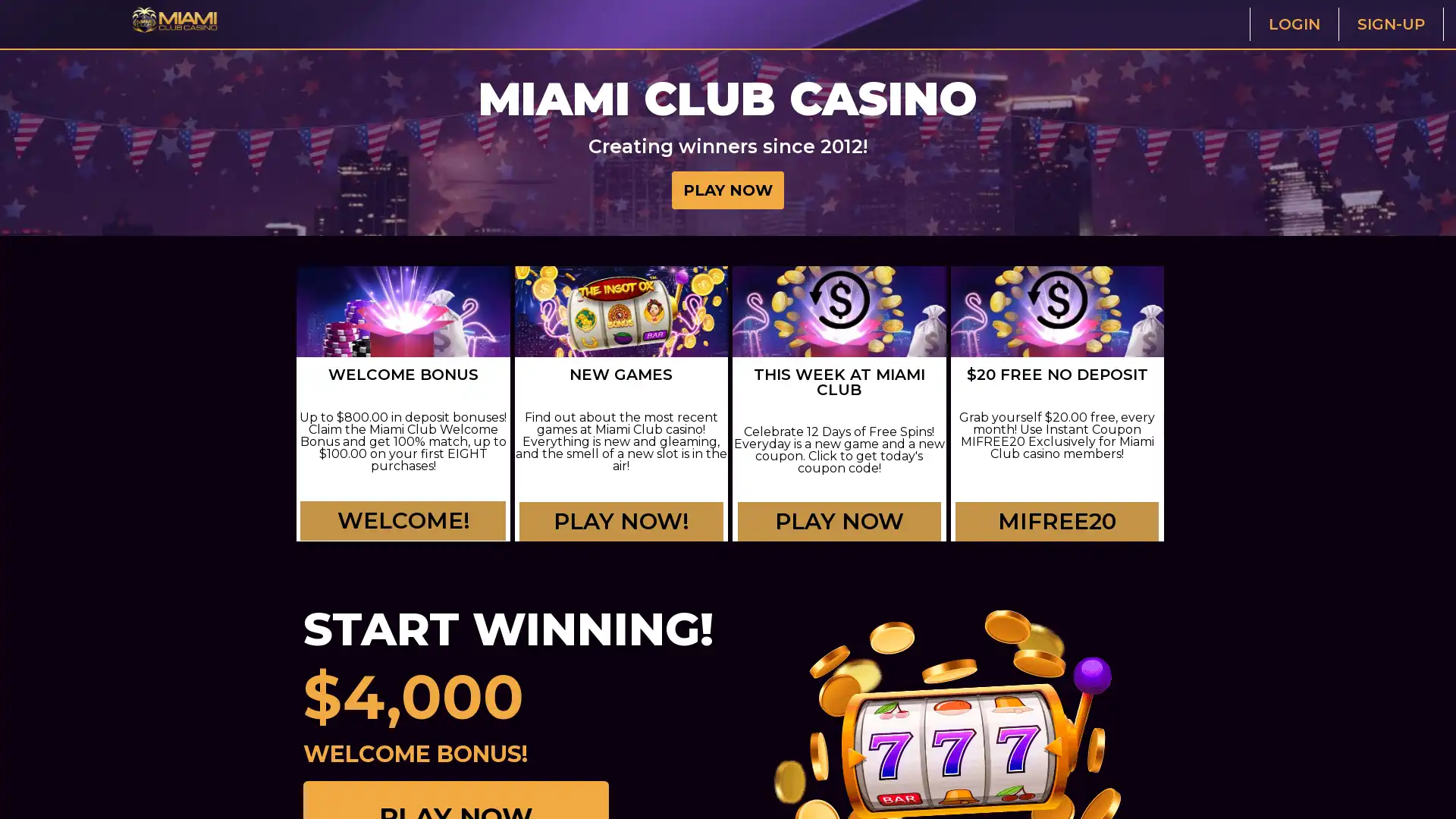 Image resolution: width=1456 pixels, height=819 pixels. What do you see at coordinates (621, 532) in the screenshot?
I see `PLAY NOW!` at bounding box center [621, 532].